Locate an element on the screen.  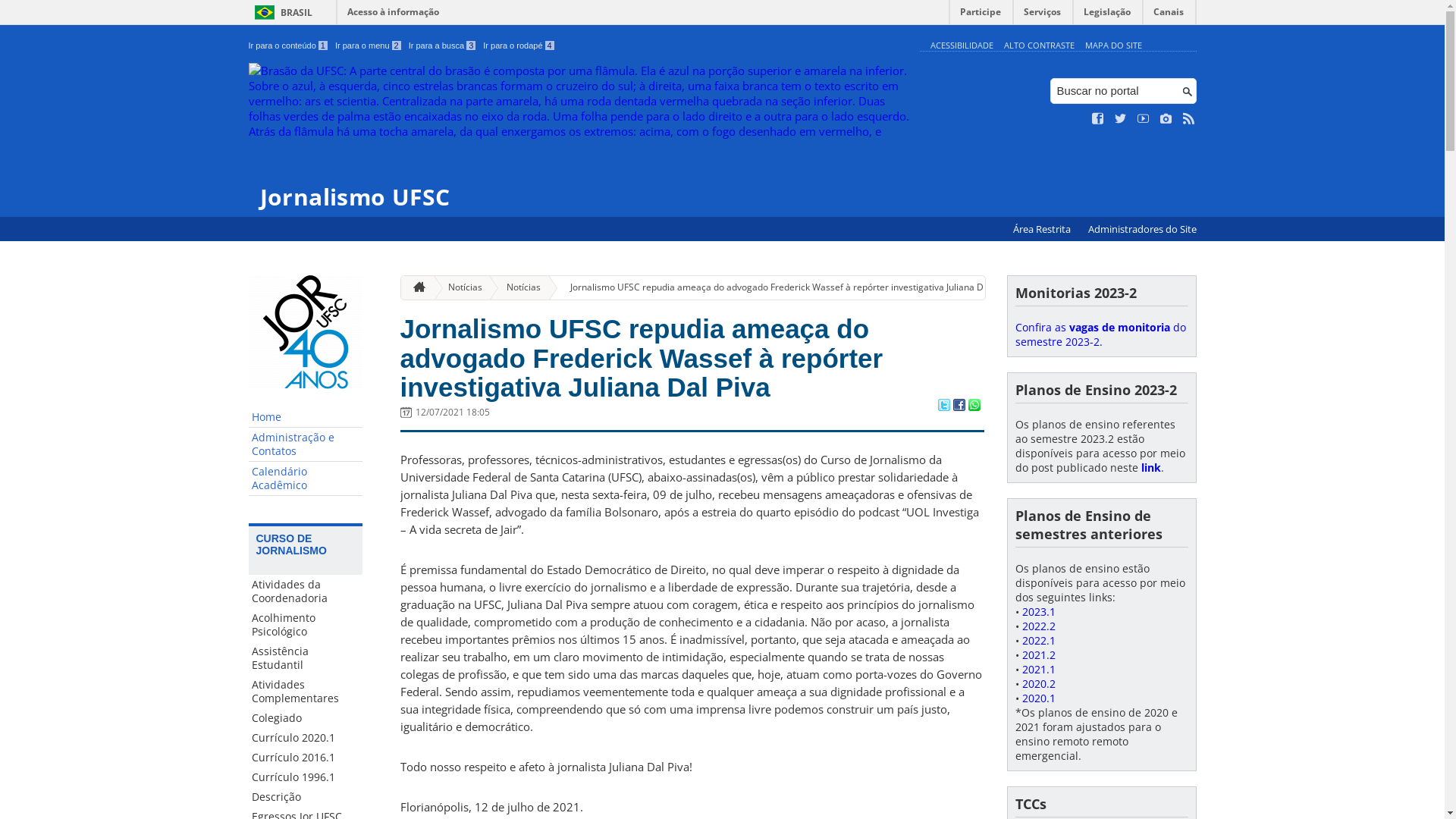
'BRASIL' is located at coordinates (281, 12).